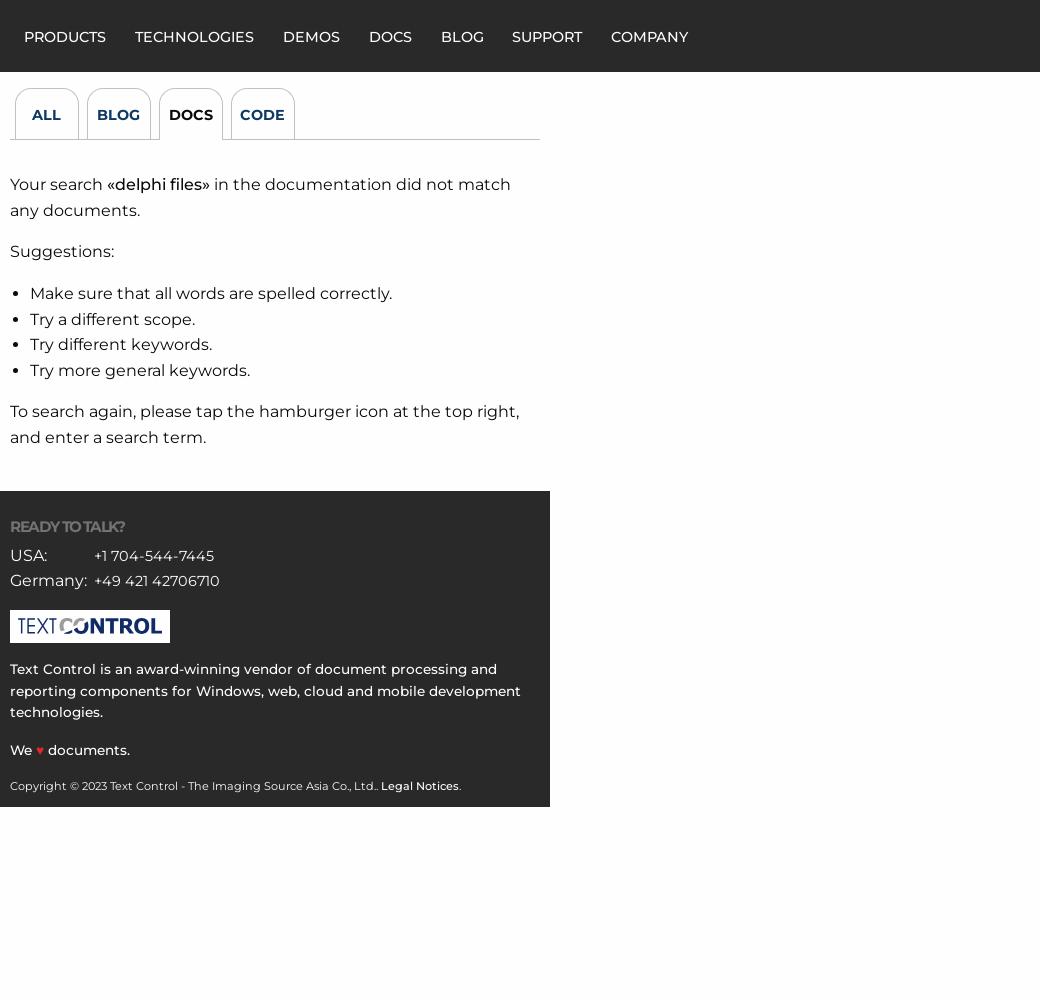  I want to click on 'Try more general keywords.', so click(139, 368).